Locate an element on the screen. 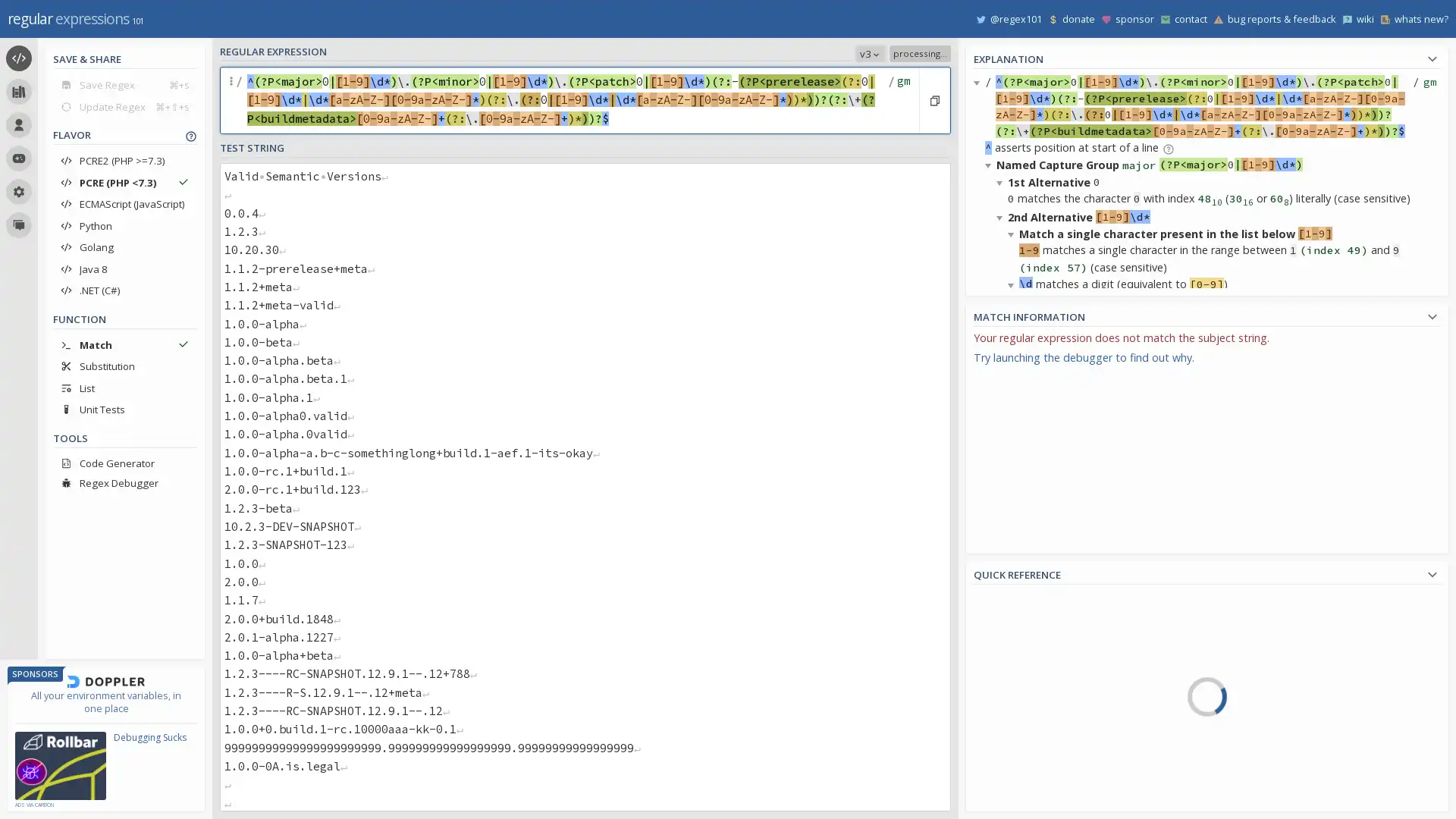 This screenshot has height=819, width=1456. Meta Sequences is located at coordinates (1044, 716).